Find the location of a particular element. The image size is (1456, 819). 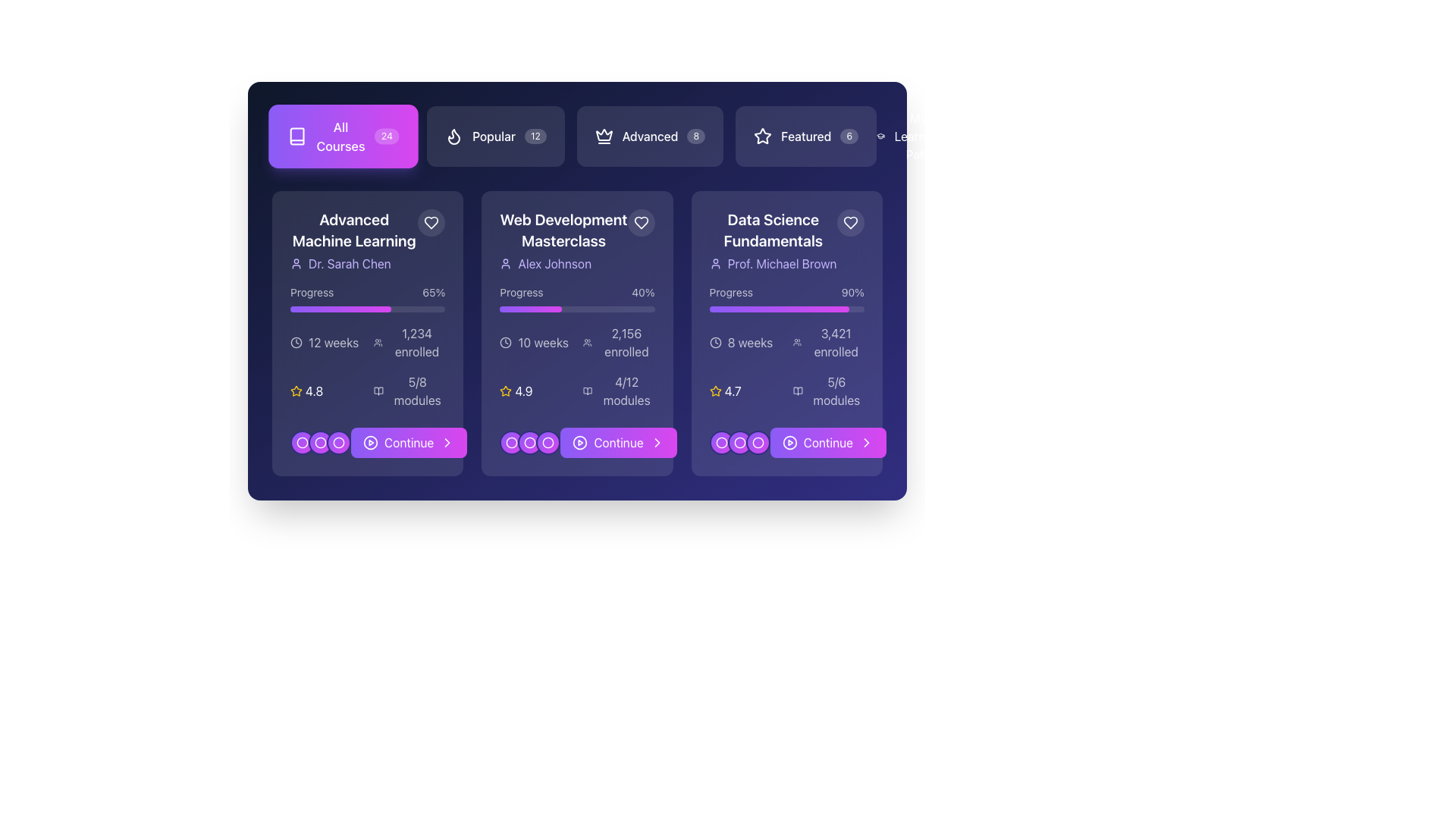

progress completion is located at coordinates (368, 309).